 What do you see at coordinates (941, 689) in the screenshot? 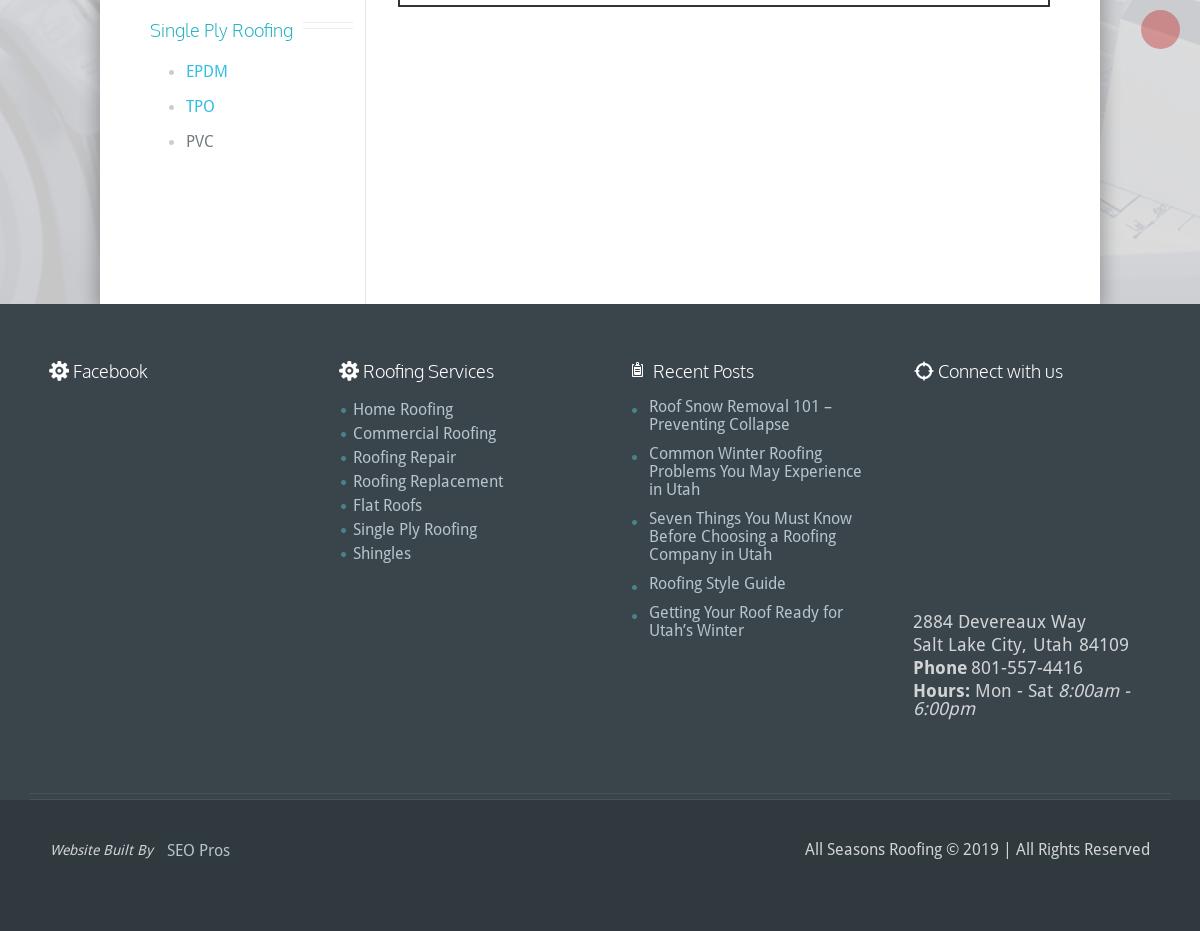
I see `'Hours:'` at bounding box center [941, 689].